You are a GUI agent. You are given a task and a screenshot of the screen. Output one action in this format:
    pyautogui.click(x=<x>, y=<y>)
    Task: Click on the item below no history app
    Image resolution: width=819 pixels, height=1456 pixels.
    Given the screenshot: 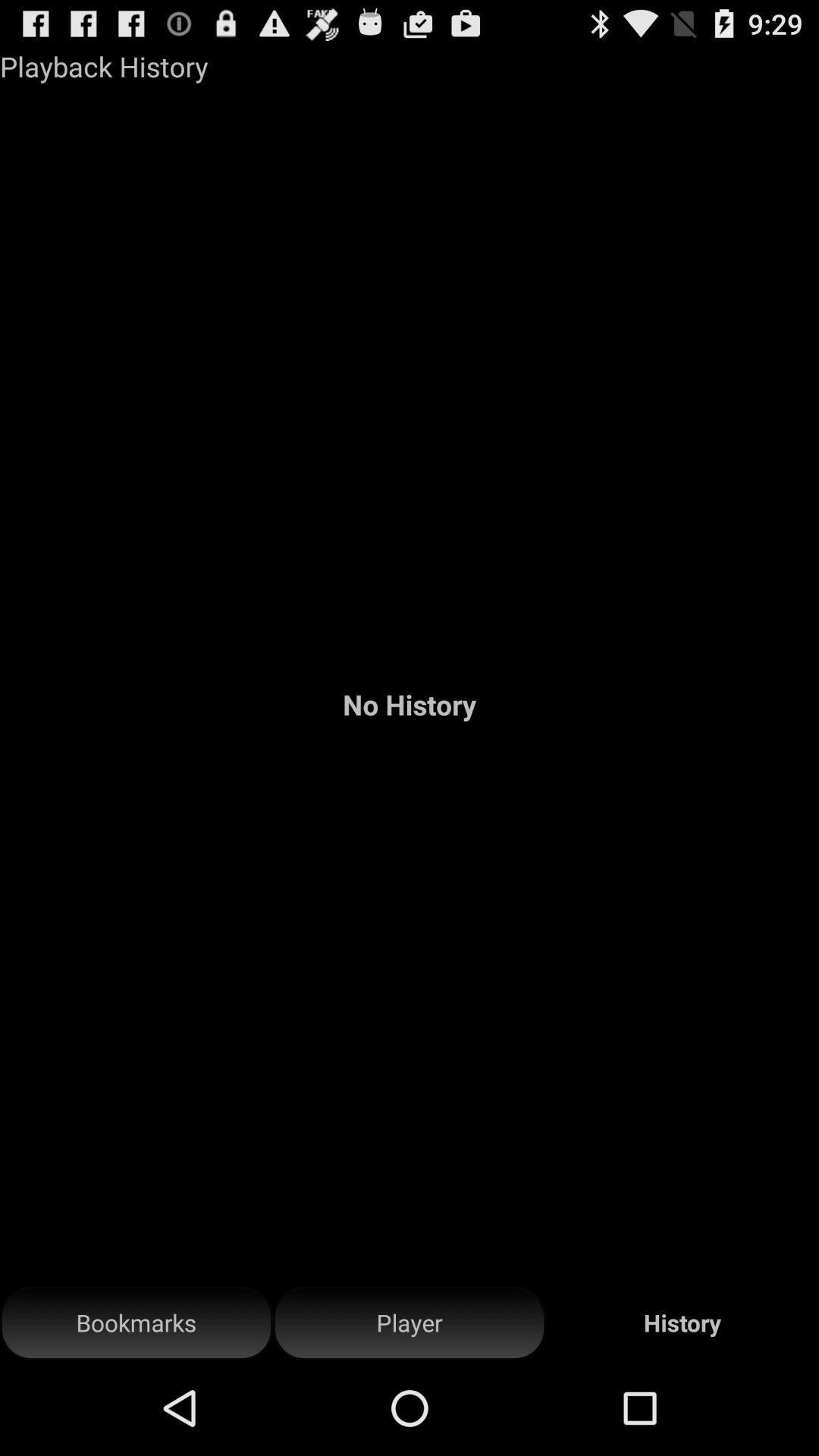 What is the action you would take?
    pyautogui.click(x=136, y=1323)
    